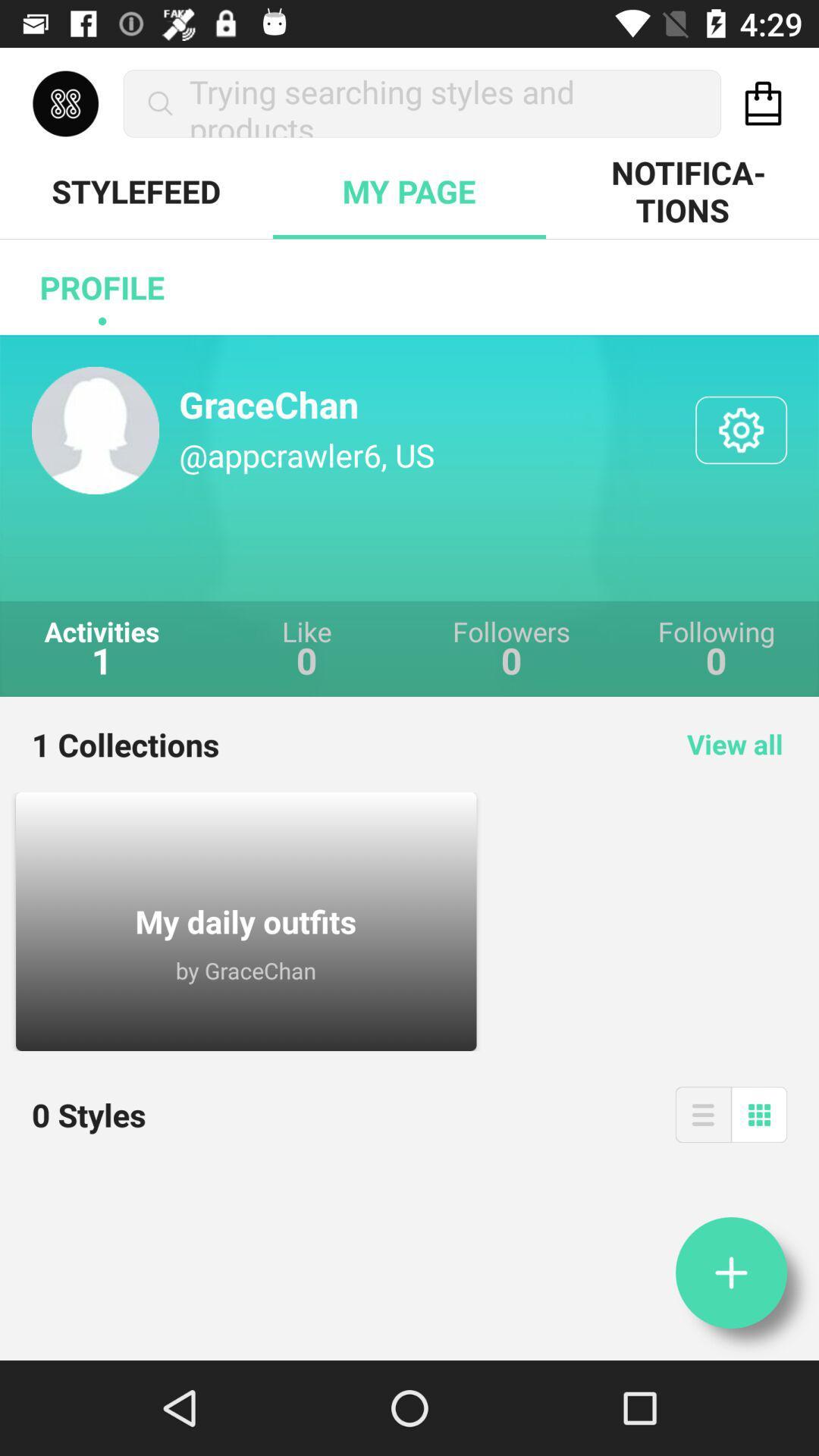 The width and height of the screenshot is (819, 1456). What do you see at coordinates (740, 429) in the screenshot?
I see `see parameters` at bounding box center [740, 429].